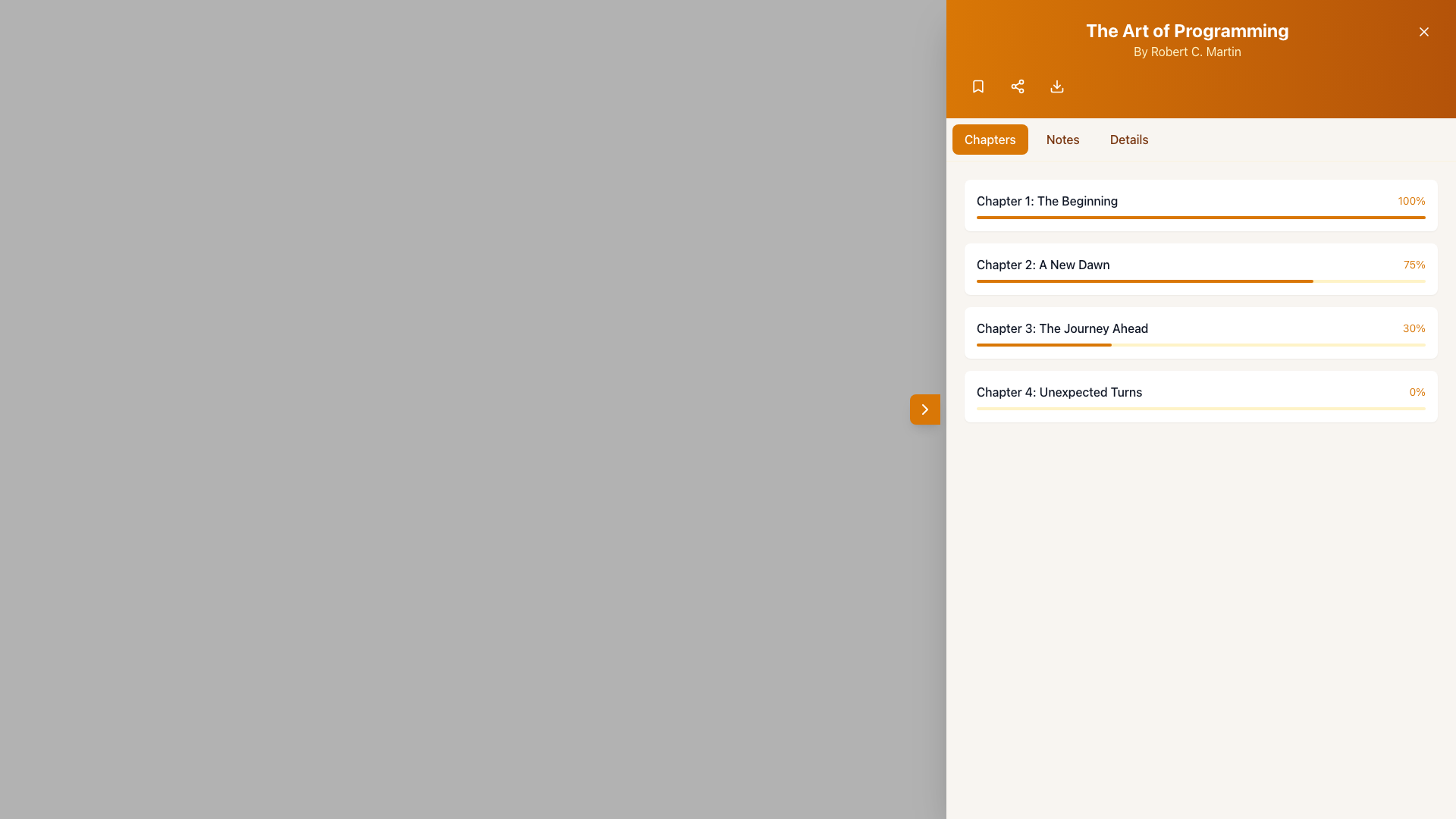  Describe the element at coordinates (1423, 32) in the screenshot. I see `the close button located in the upper-right corner of the book details card` at that location.